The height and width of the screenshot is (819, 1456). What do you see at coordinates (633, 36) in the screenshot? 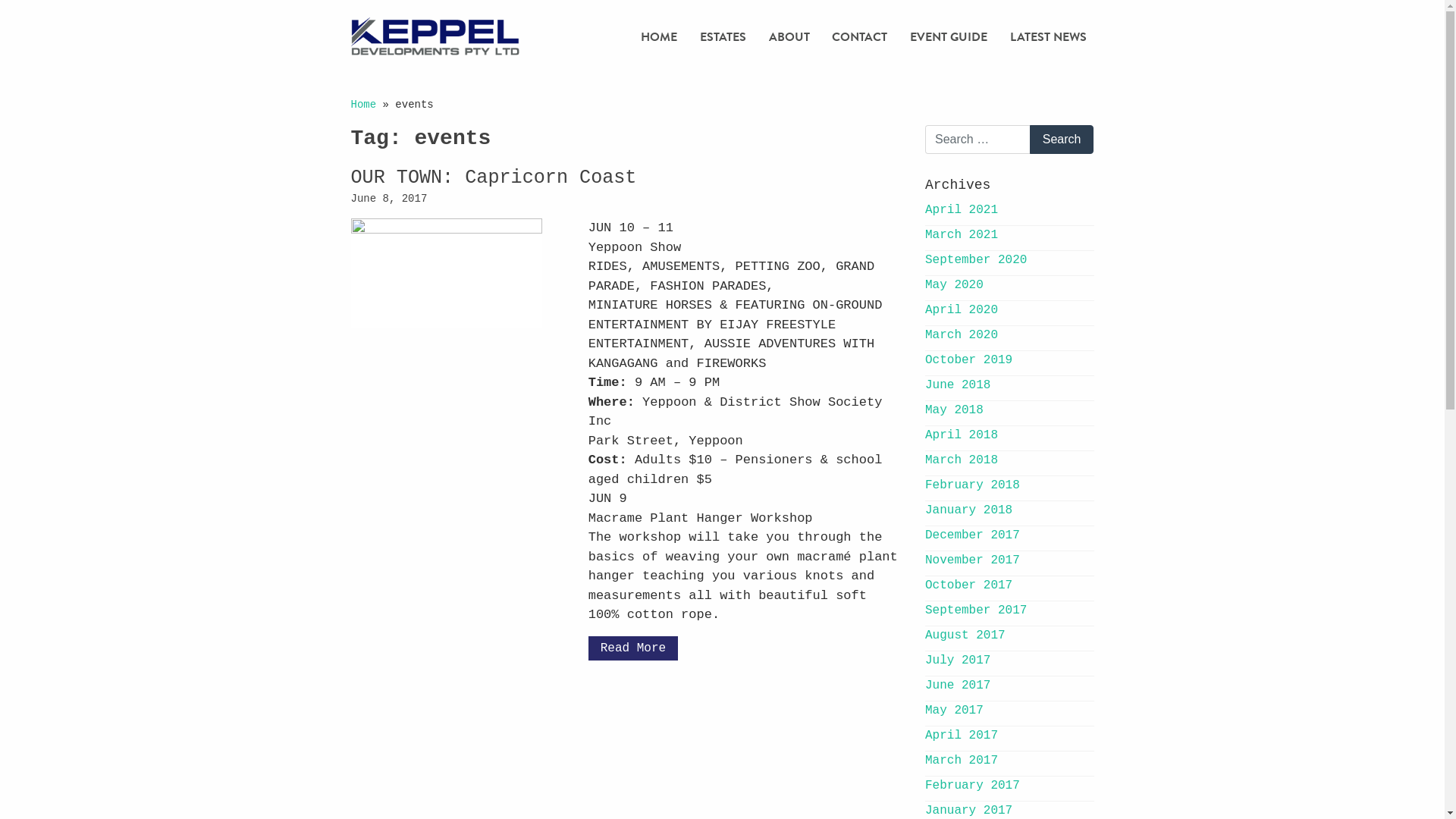
I see `'HOME'` at bounding box center [633, 36].